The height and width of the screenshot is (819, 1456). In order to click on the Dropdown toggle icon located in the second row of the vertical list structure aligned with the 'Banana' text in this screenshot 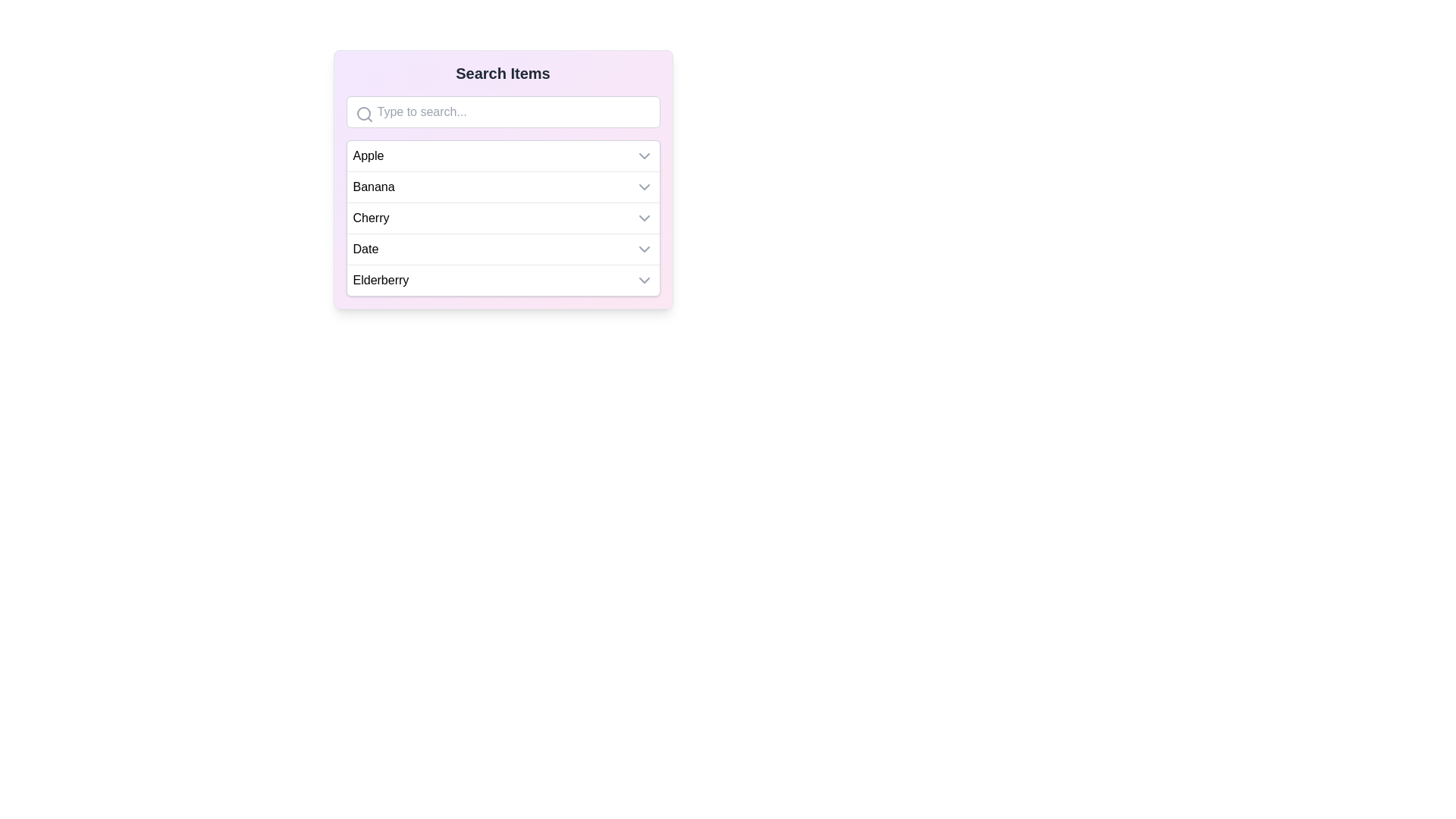, I will do `click(644, 186)`.